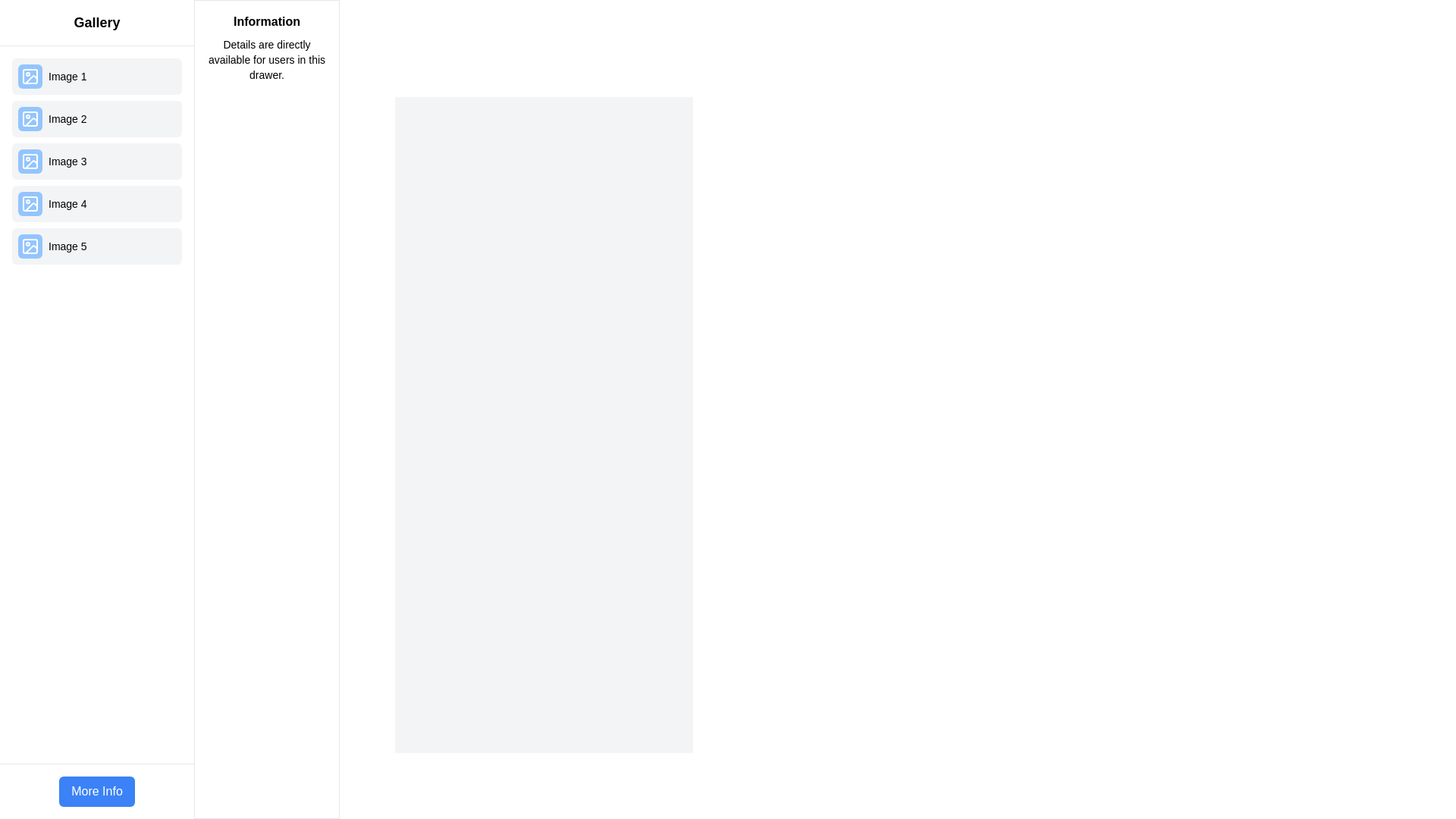 This screenshot has width=1456, height=819. What do you see at coordinates (30, 76) in the screenshot?
I see `the photo frame icon located in the left sidebar under the 'Gallery' section` at bounding box center [30, 76].